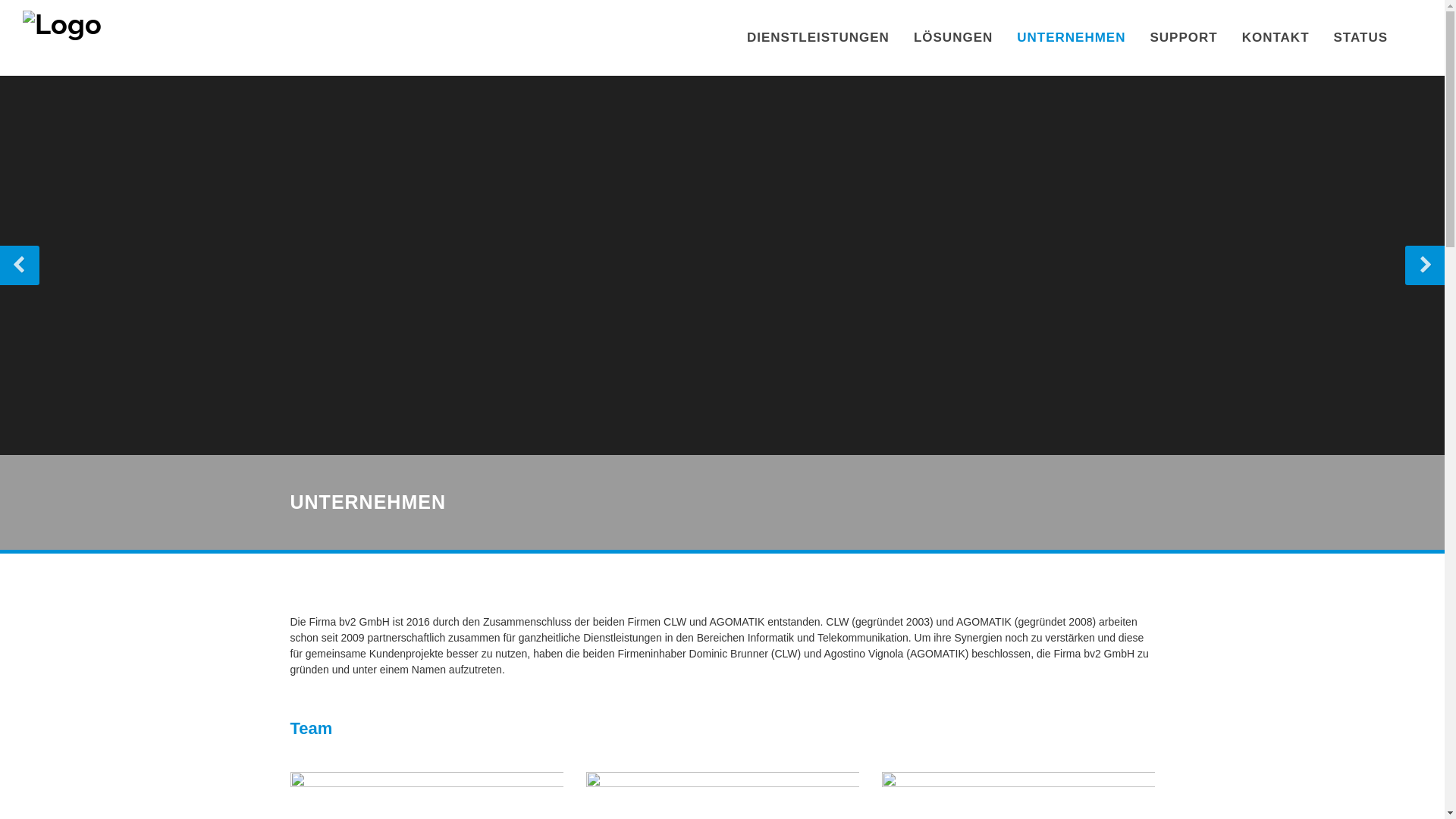 The image size is (1456, 819). What do you see at coordinates (1321, 37) in the screenshot?
I see `'STATUS'` at bounding box center [1321, 37].